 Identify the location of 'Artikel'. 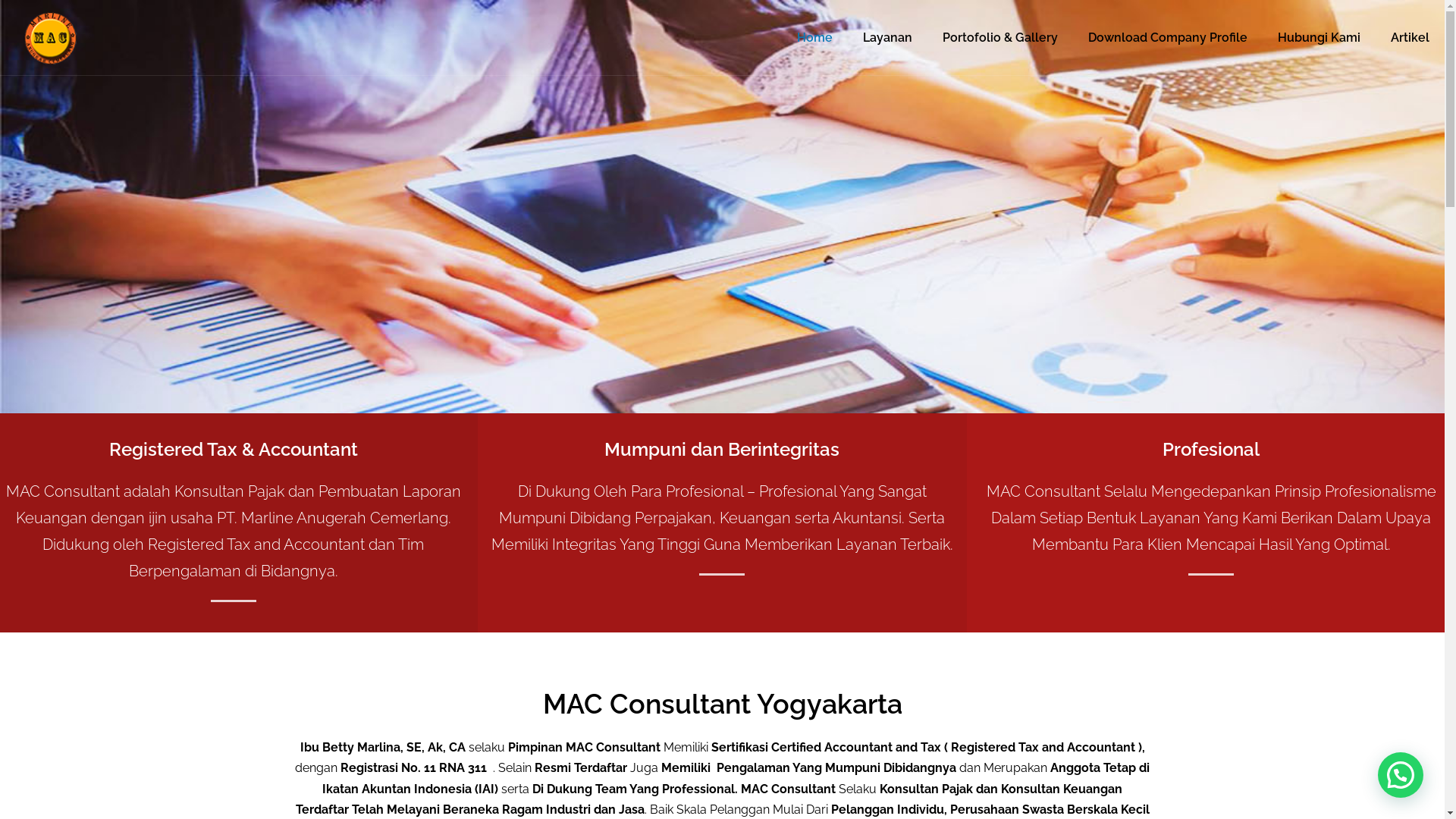
(1409, 37).